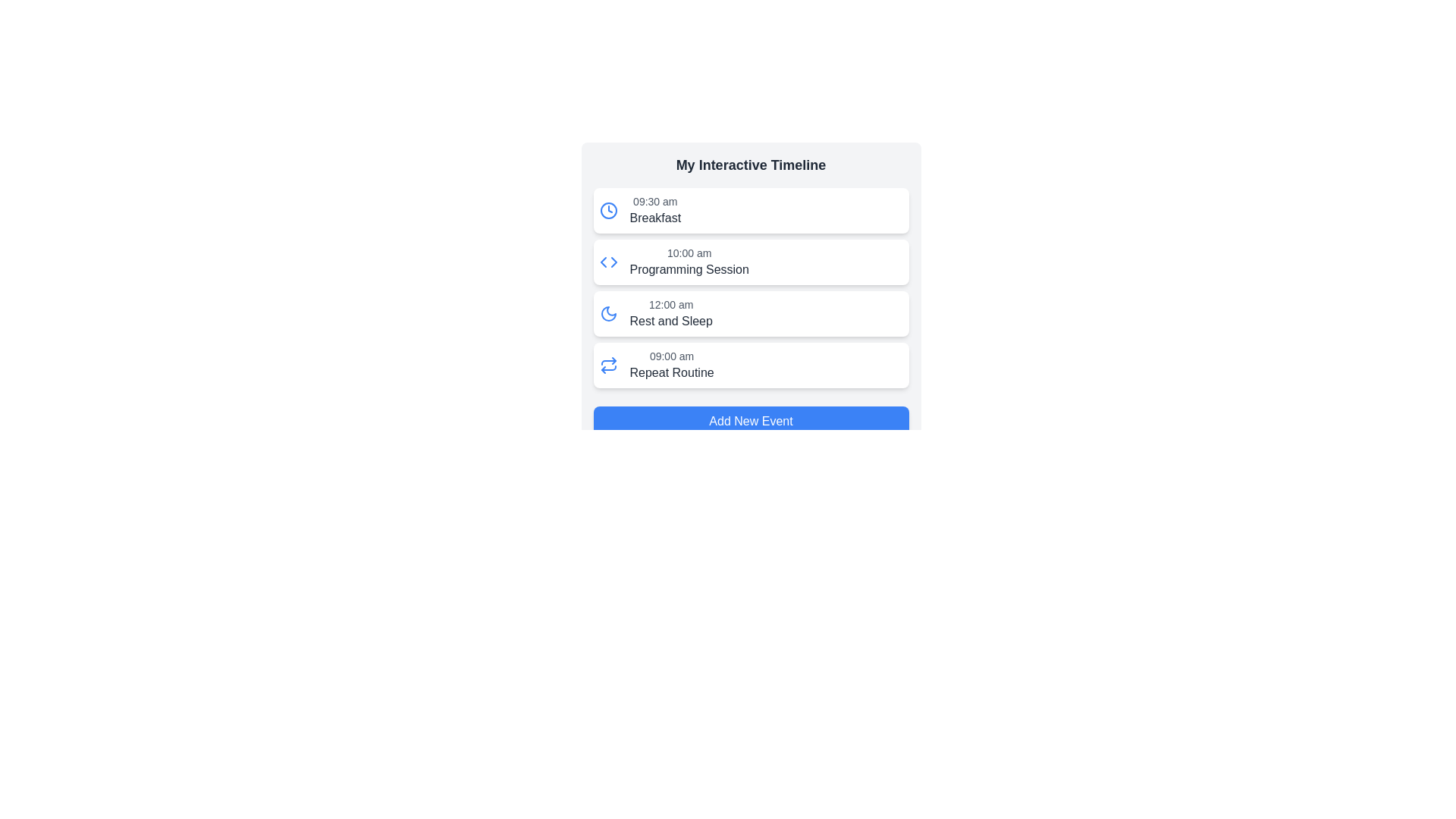 The width and height of the screenshot is (1456, 819). I want to click on the icon indicating or toggling the repeating action for the 'Repeat Routine' event, located to the left of the '09:00 am' text, so click(608, 366).